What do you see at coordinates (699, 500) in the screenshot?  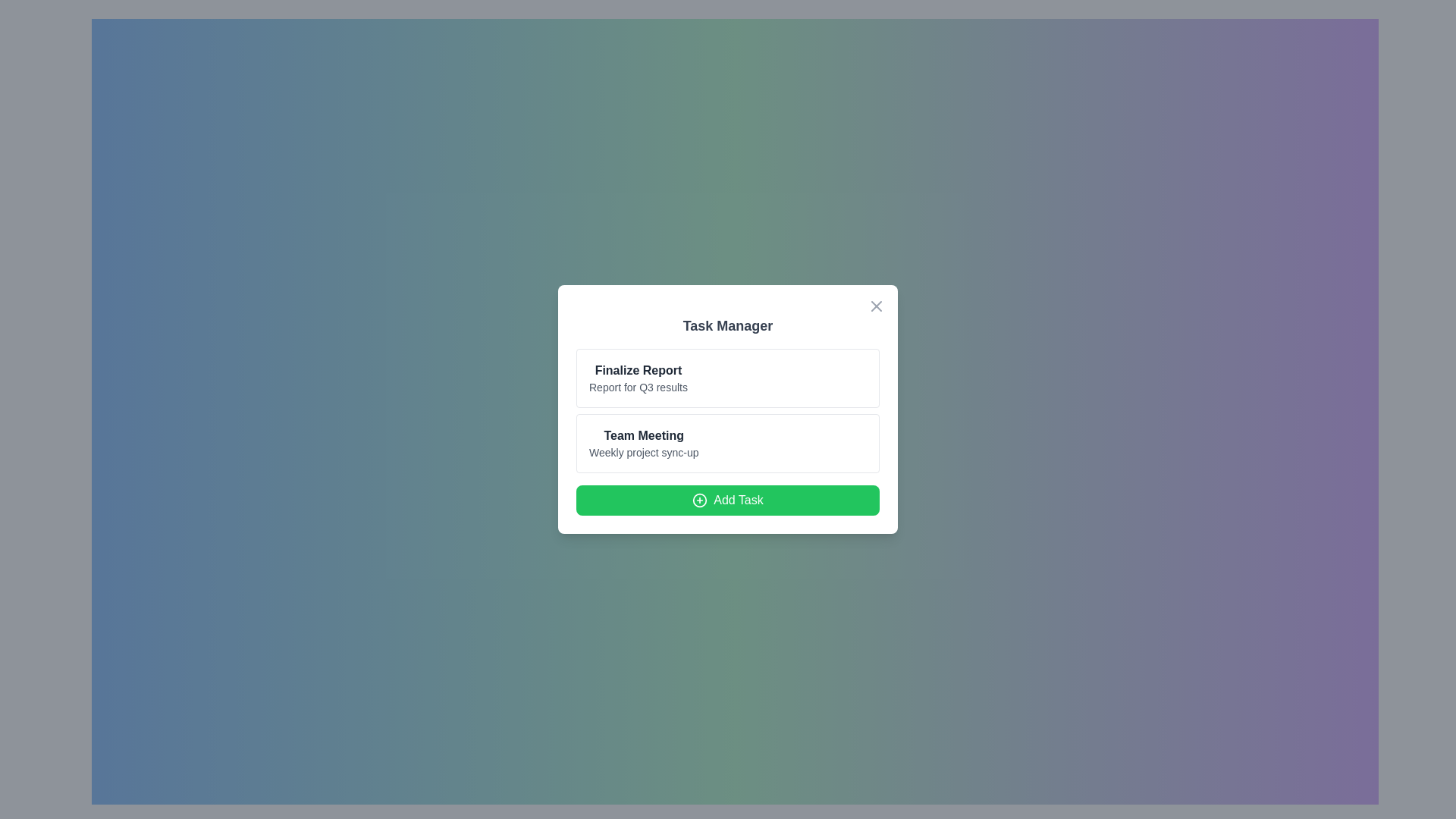 I see `the 'Add Task' button, which is represented by a plus symbol within a circle in the Task Manager modal` at bounding box center [699, 500].